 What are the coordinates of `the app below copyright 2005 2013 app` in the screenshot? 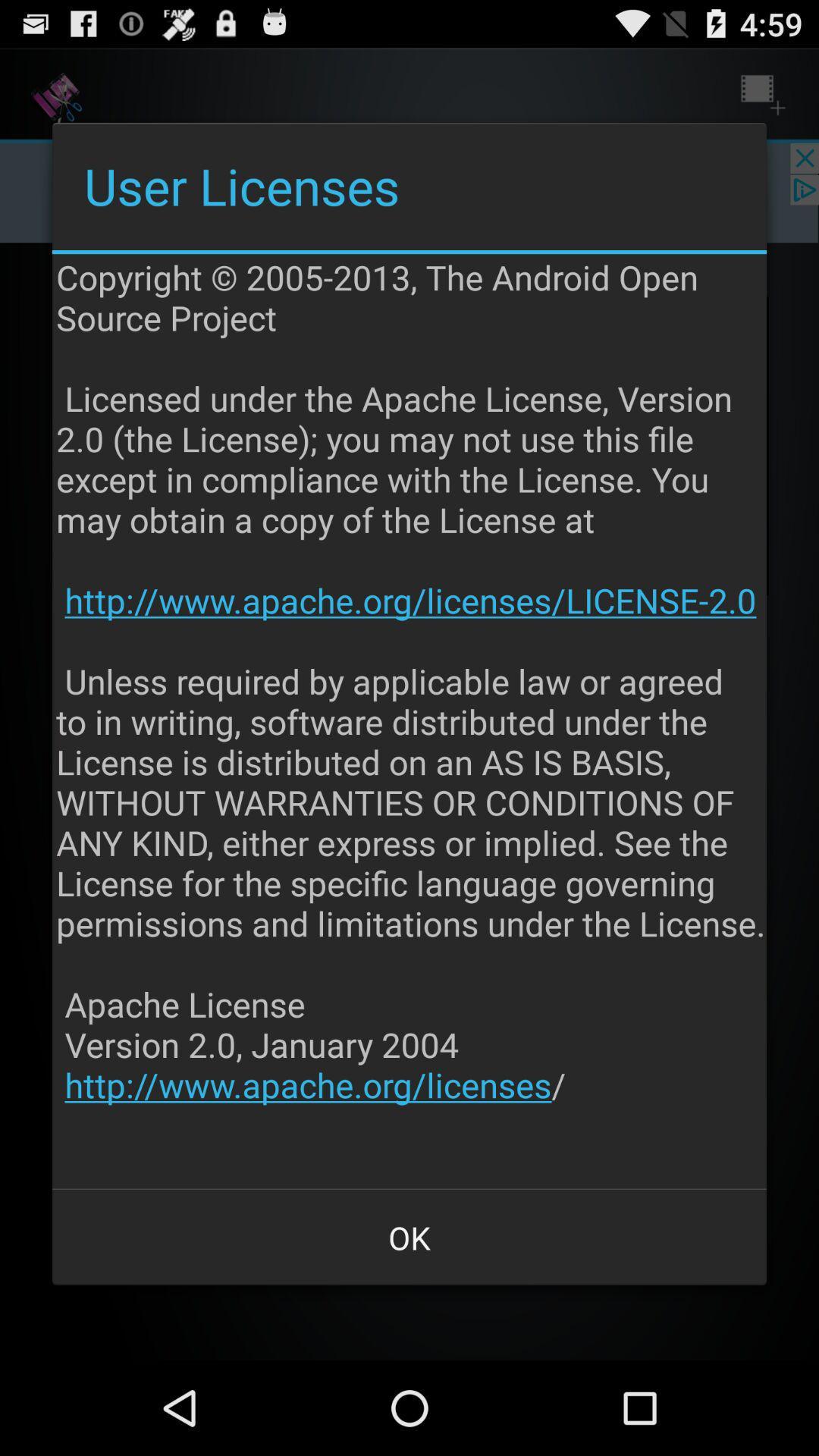 It's located at (409, 1238).